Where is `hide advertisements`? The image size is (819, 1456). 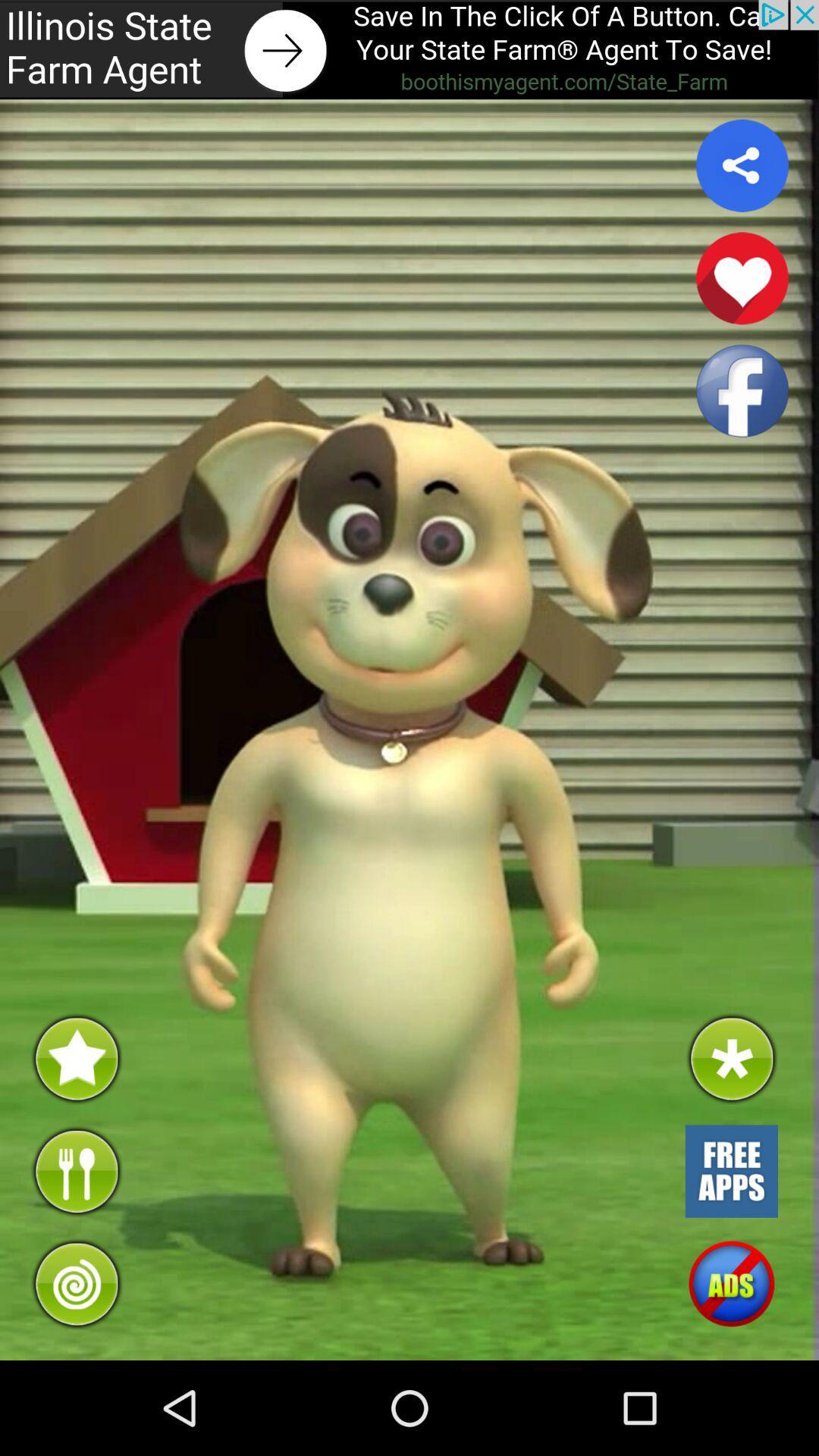 hide advertisements is located at coordinates (730, 1283).